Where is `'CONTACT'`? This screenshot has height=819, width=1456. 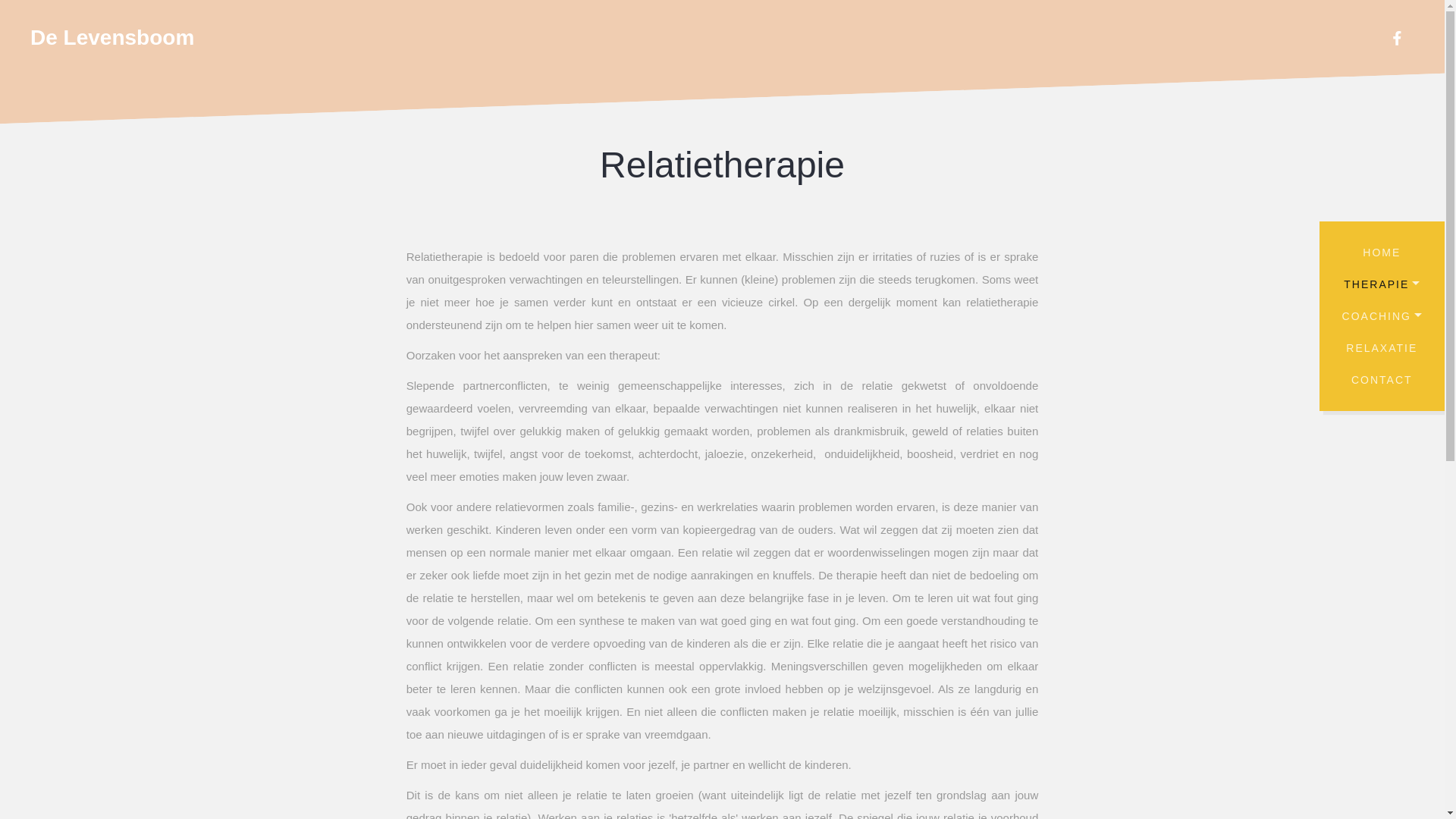
'CONTACT' is located at coordinates (1326, 379).